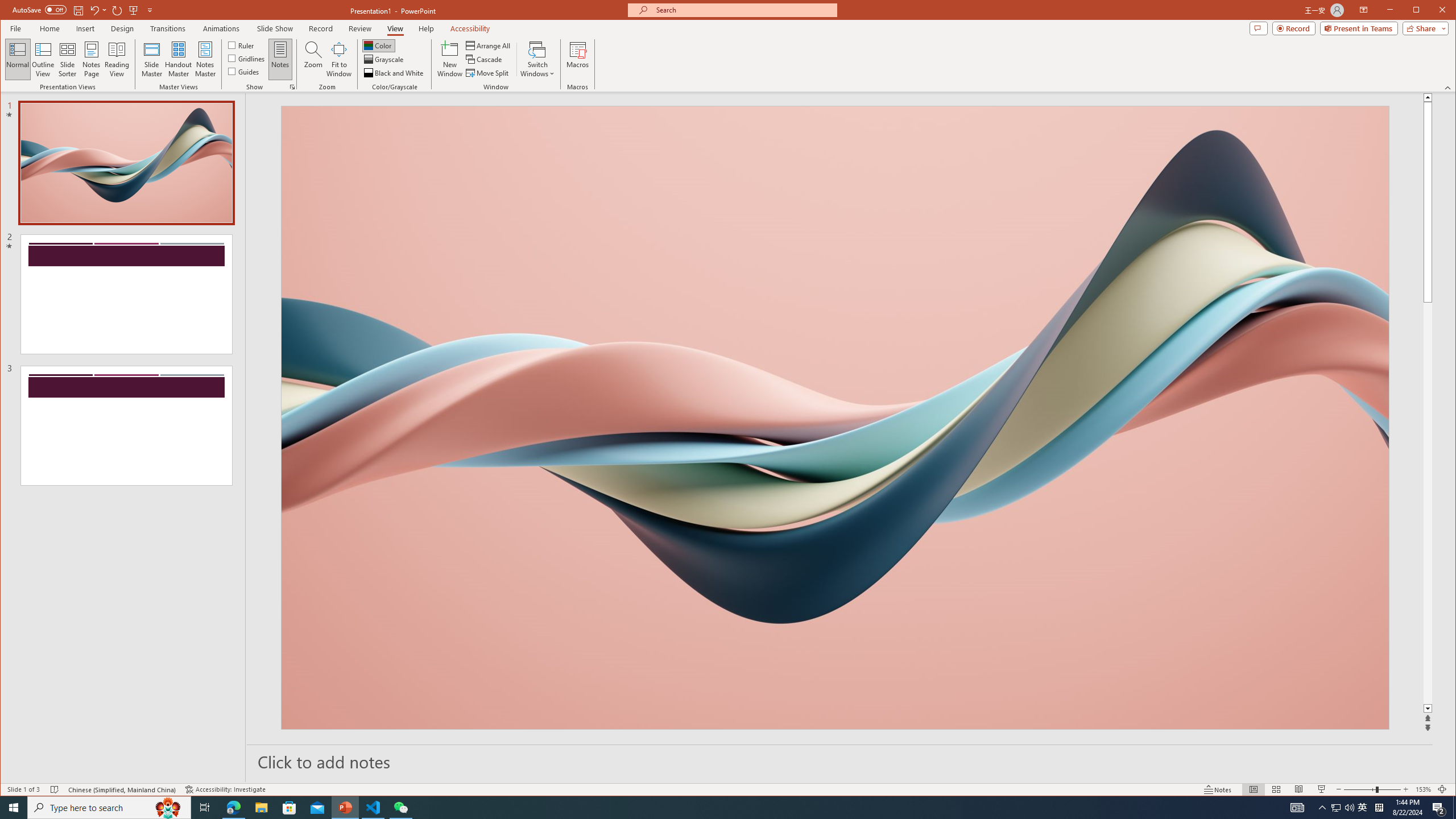  What do you see at coordinates (42, 59) in the screenshot?
I see `'Outline View'` at bounding box center [42, 59].